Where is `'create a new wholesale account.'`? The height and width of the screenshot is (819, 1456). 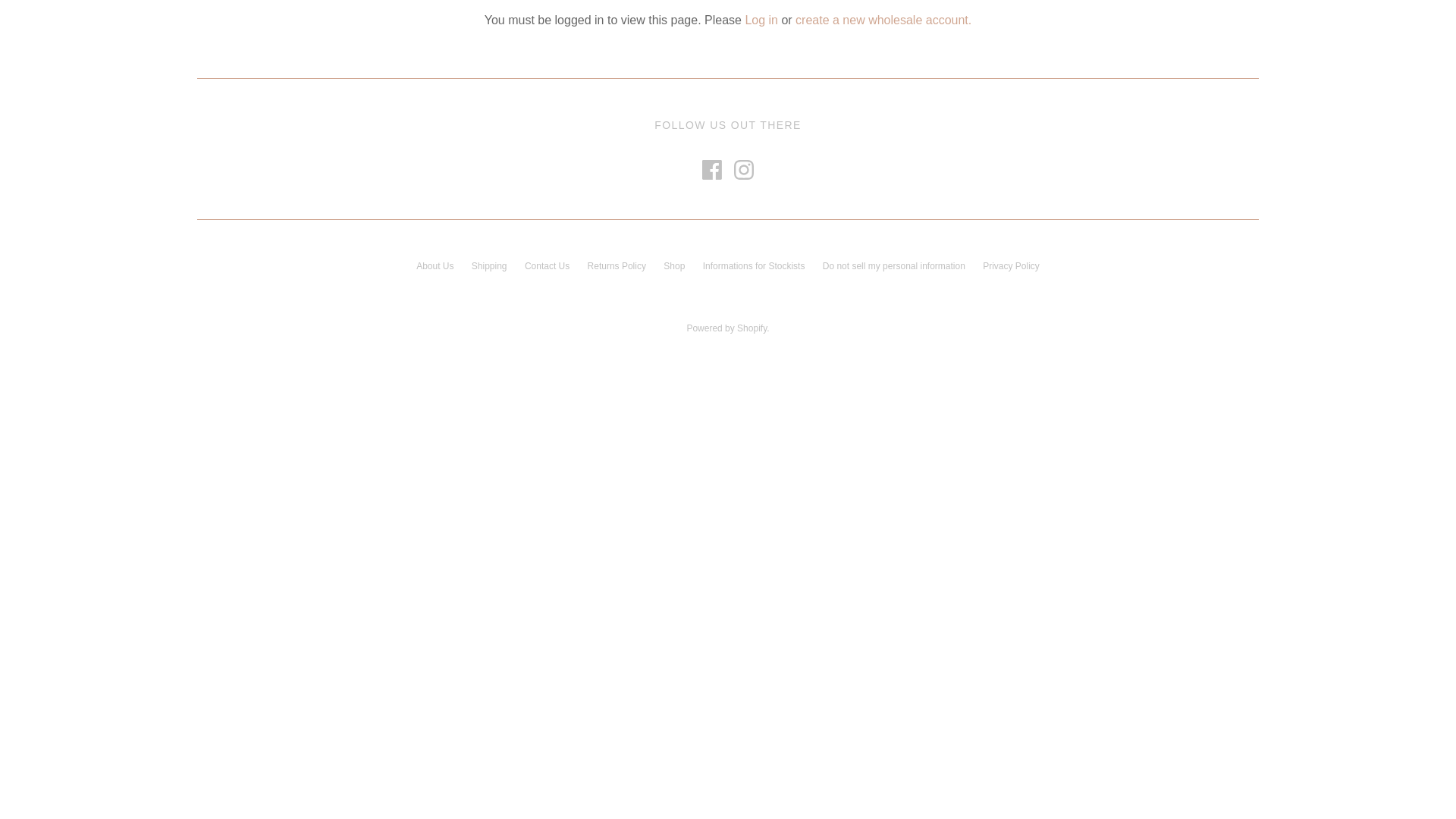 'create a new wholesale account.' is located at coordinates (883, 20).